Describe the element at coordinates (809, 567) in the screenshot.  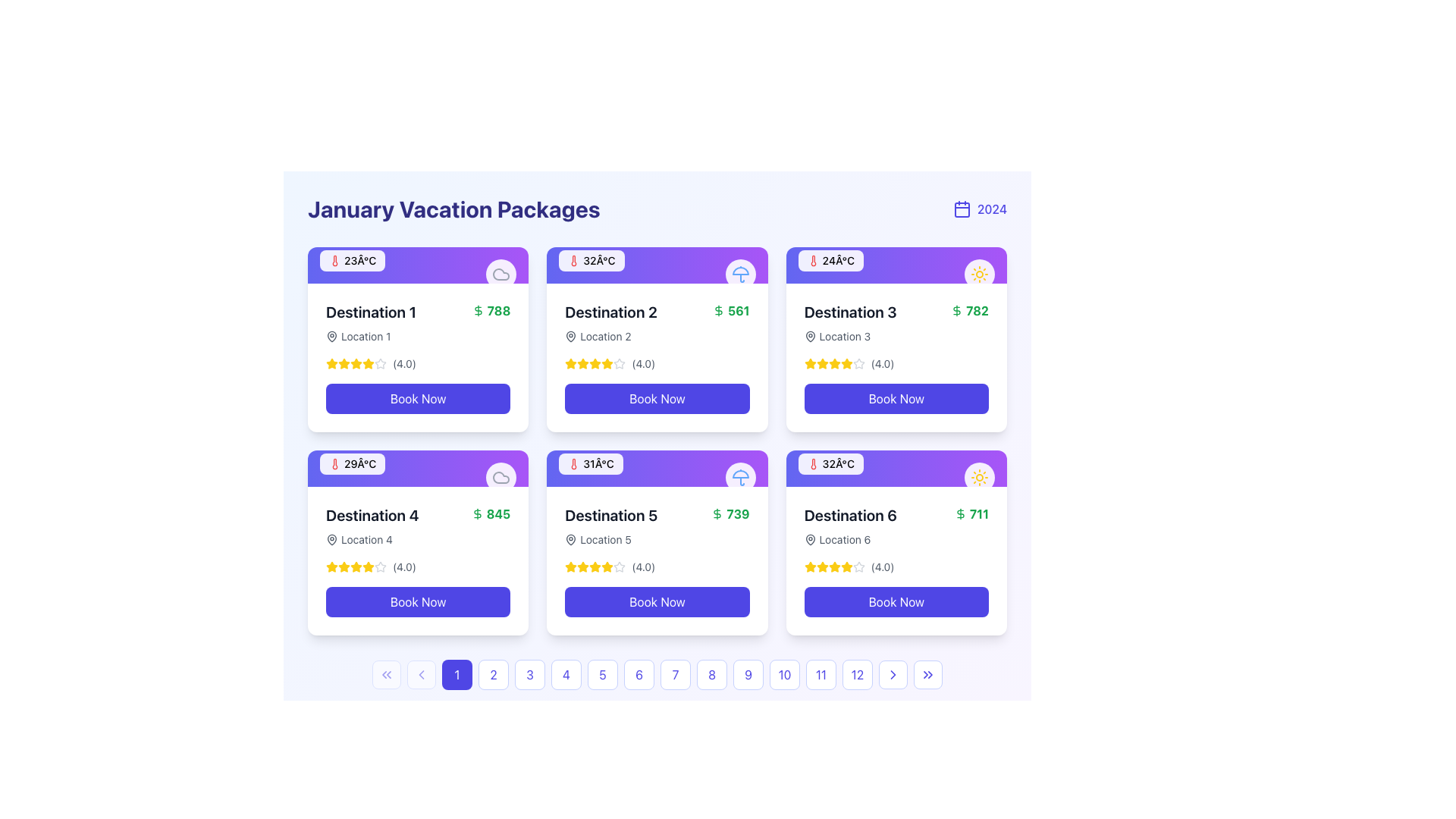
I see `the first yellow star icon in the 'Destination 6' card located in the bottom-right corner of the interface` at that location.